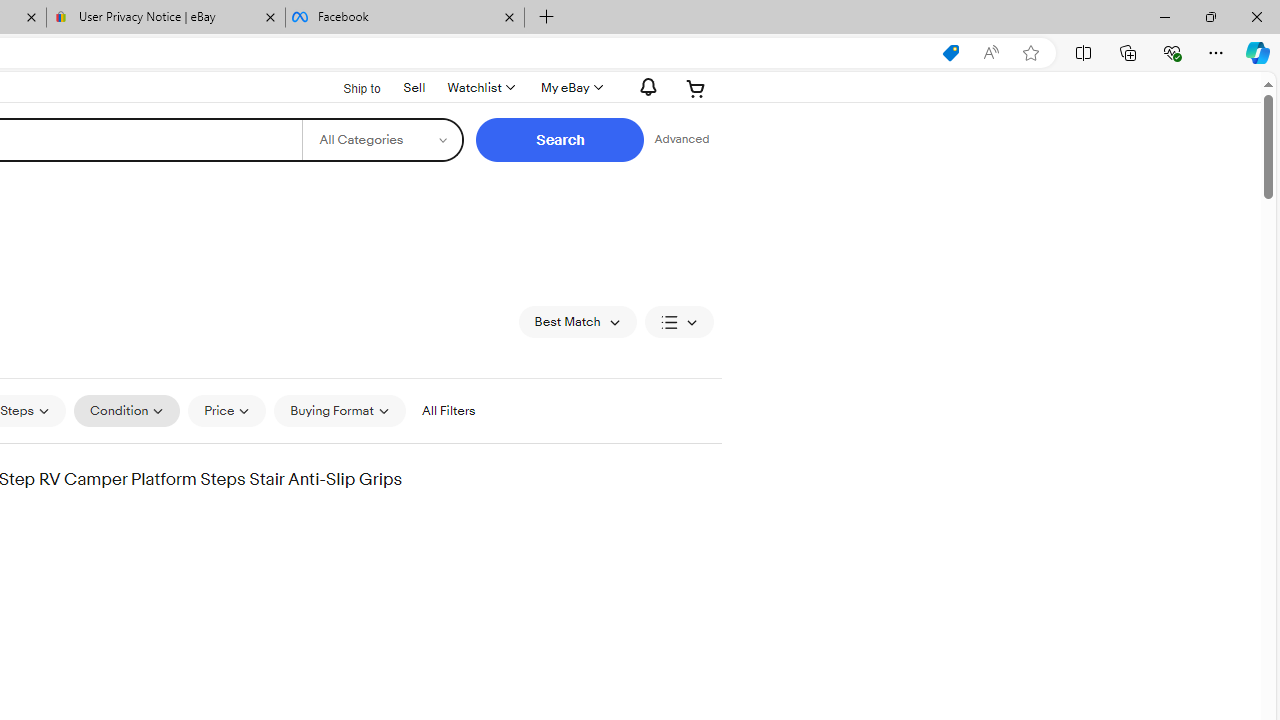 Image resolution: width=1280 pixels, height=720 pixels. What do you see at coordinates (166, 17) in the screenshot?
I see `'User Privacy Notice | eBay'` at bounding box center [166, 17].